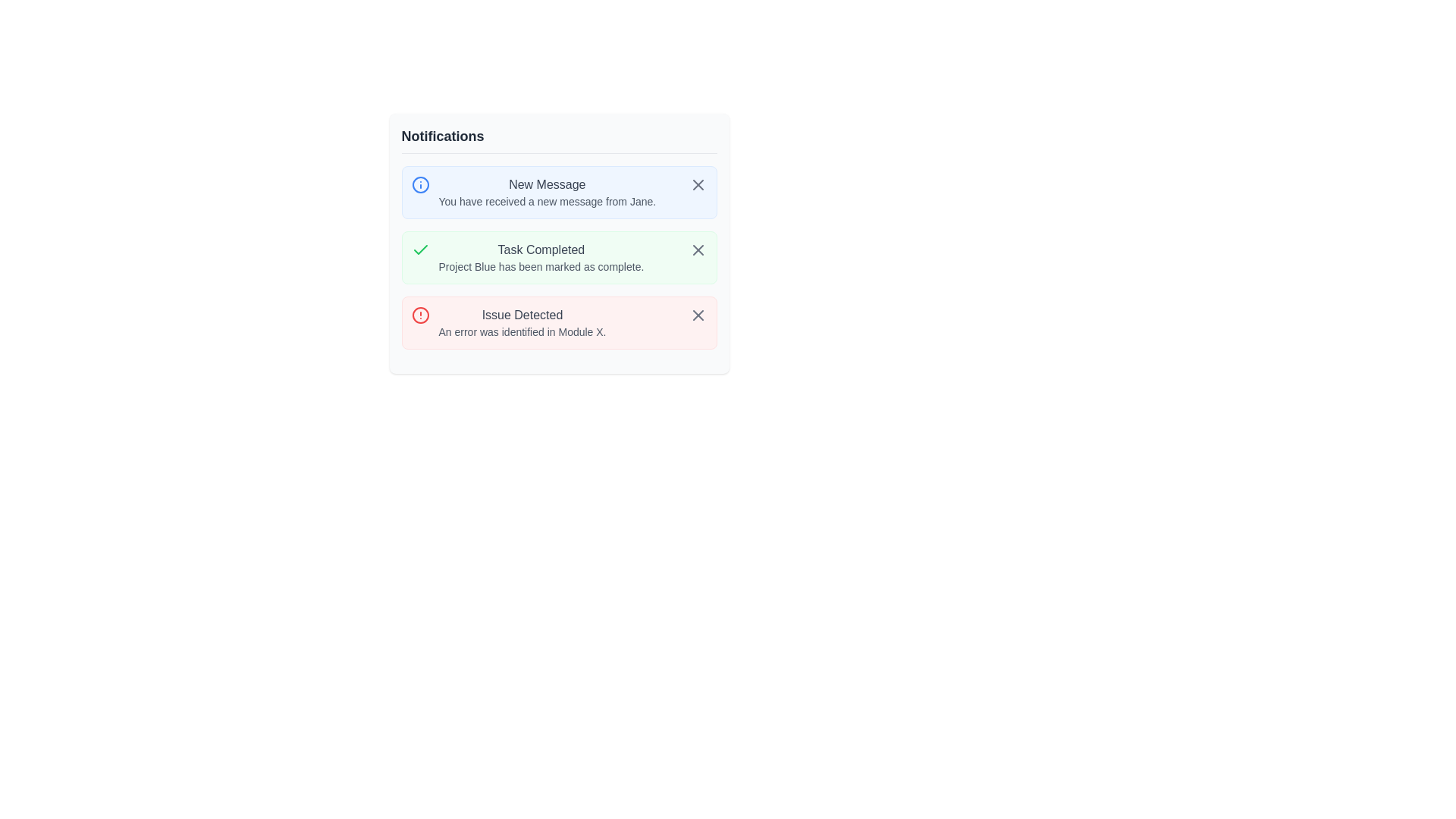 Image resolution: width=1456 pixels, height=819 pixels. What do you see at coordinates (697, 249) in the screenshot?
I see `the close icon (represented by an 'X') in the 'Task Completed' notification box` at bounding box center [697, 249].